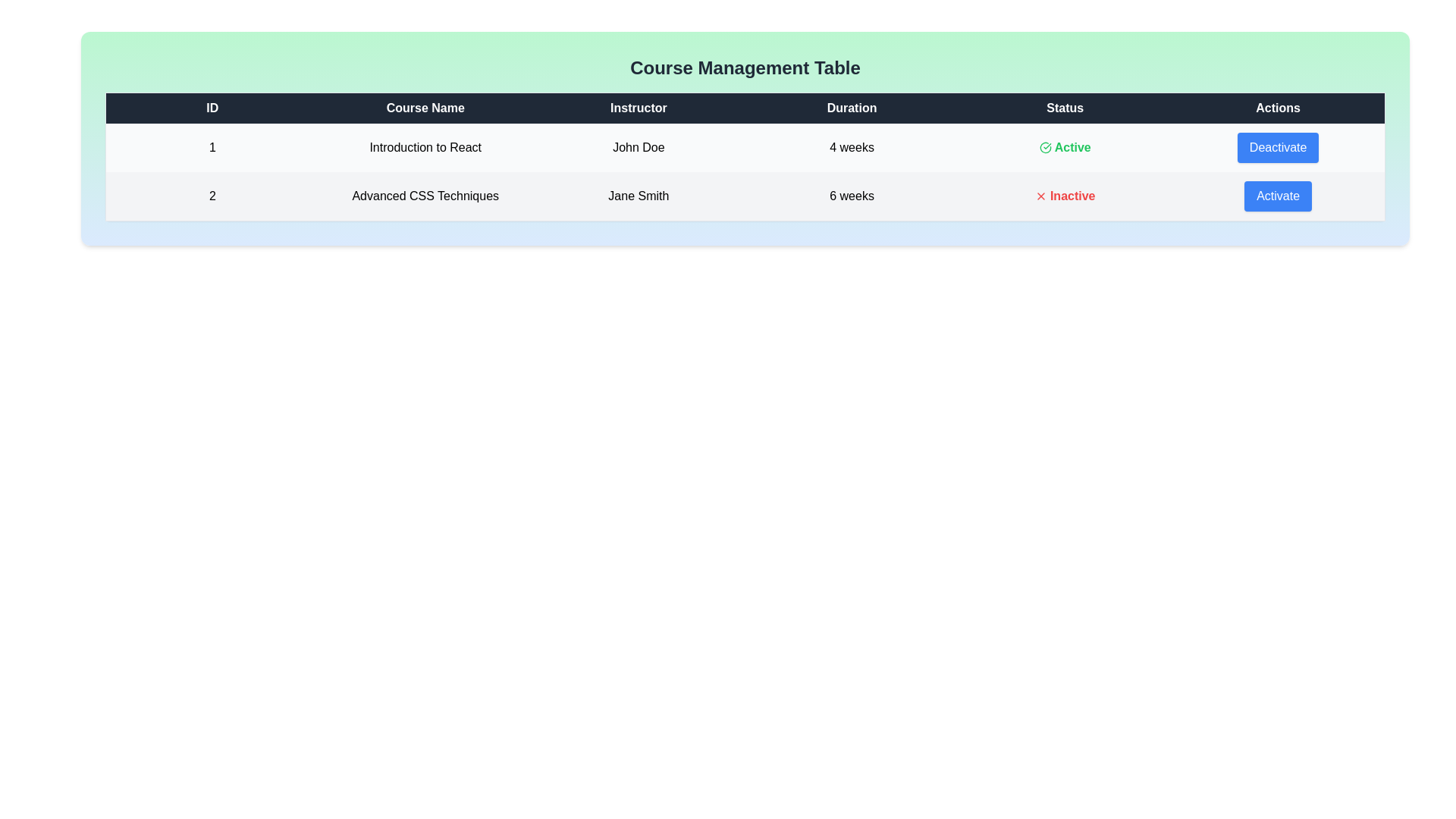 The height and width of the screenshot is (819, 1456). I want to click on text content of the prominent heading labeled 'Course Management Table', which is styled in bold, extra-large dark gray font and located at the top of the course management panel, so click(745, 67).